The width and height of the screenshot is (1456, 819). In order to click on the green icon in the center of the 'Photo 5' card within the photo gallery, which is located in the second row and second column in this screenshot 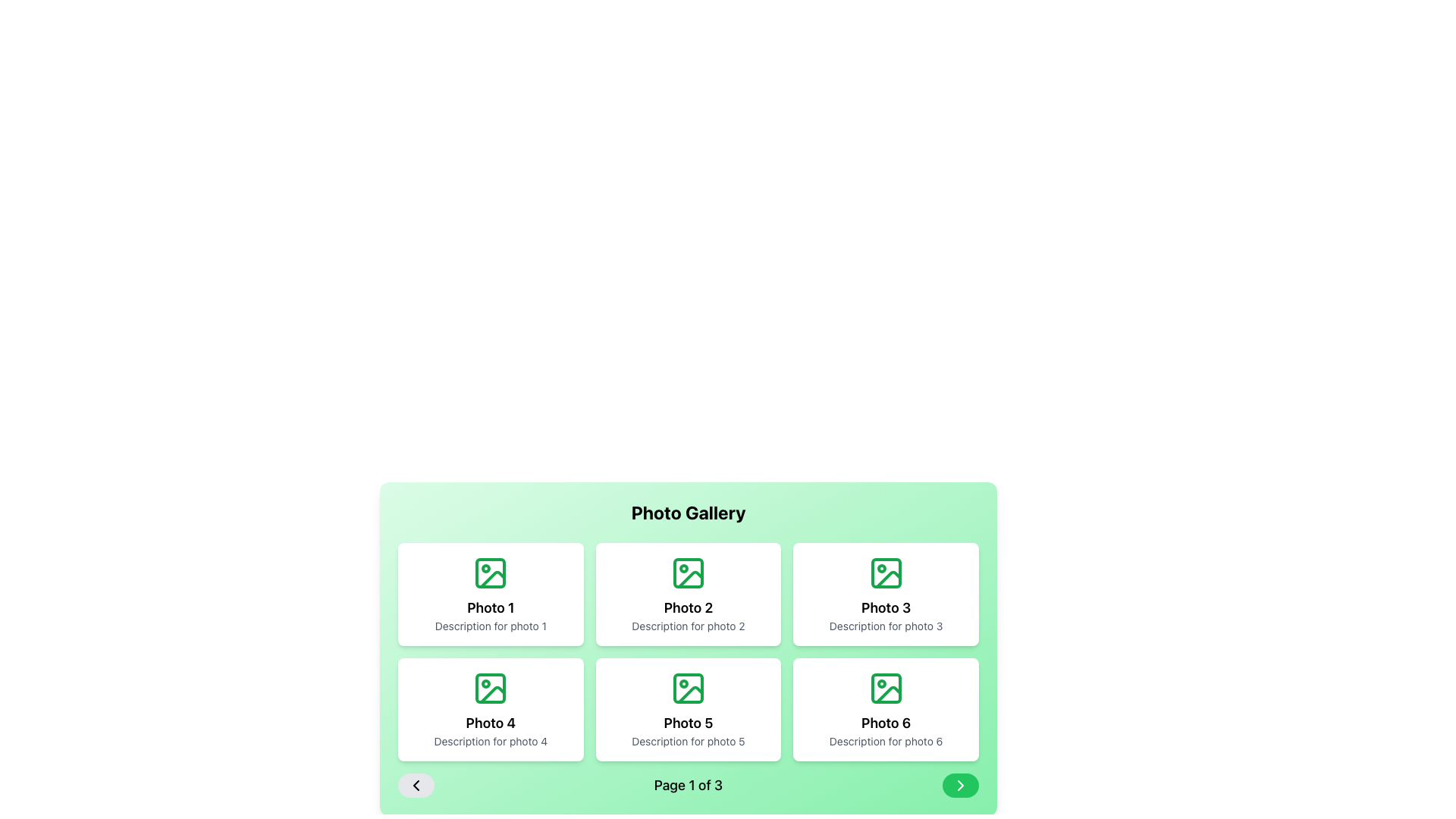, I will do `click(687, 688)`.